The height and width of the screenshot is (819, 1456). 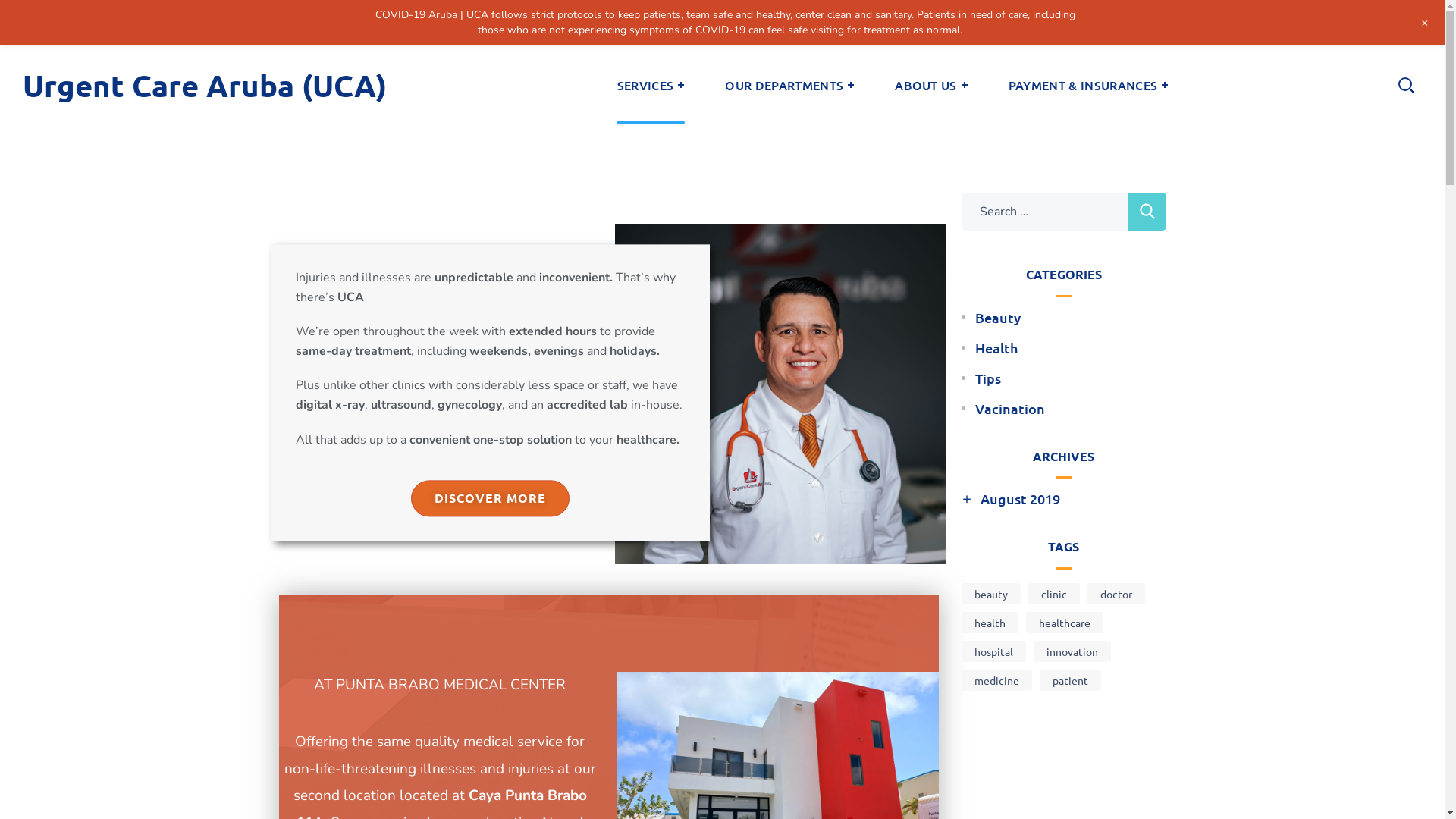 I want to click on 'clinic', so click(x=1053, y=593).